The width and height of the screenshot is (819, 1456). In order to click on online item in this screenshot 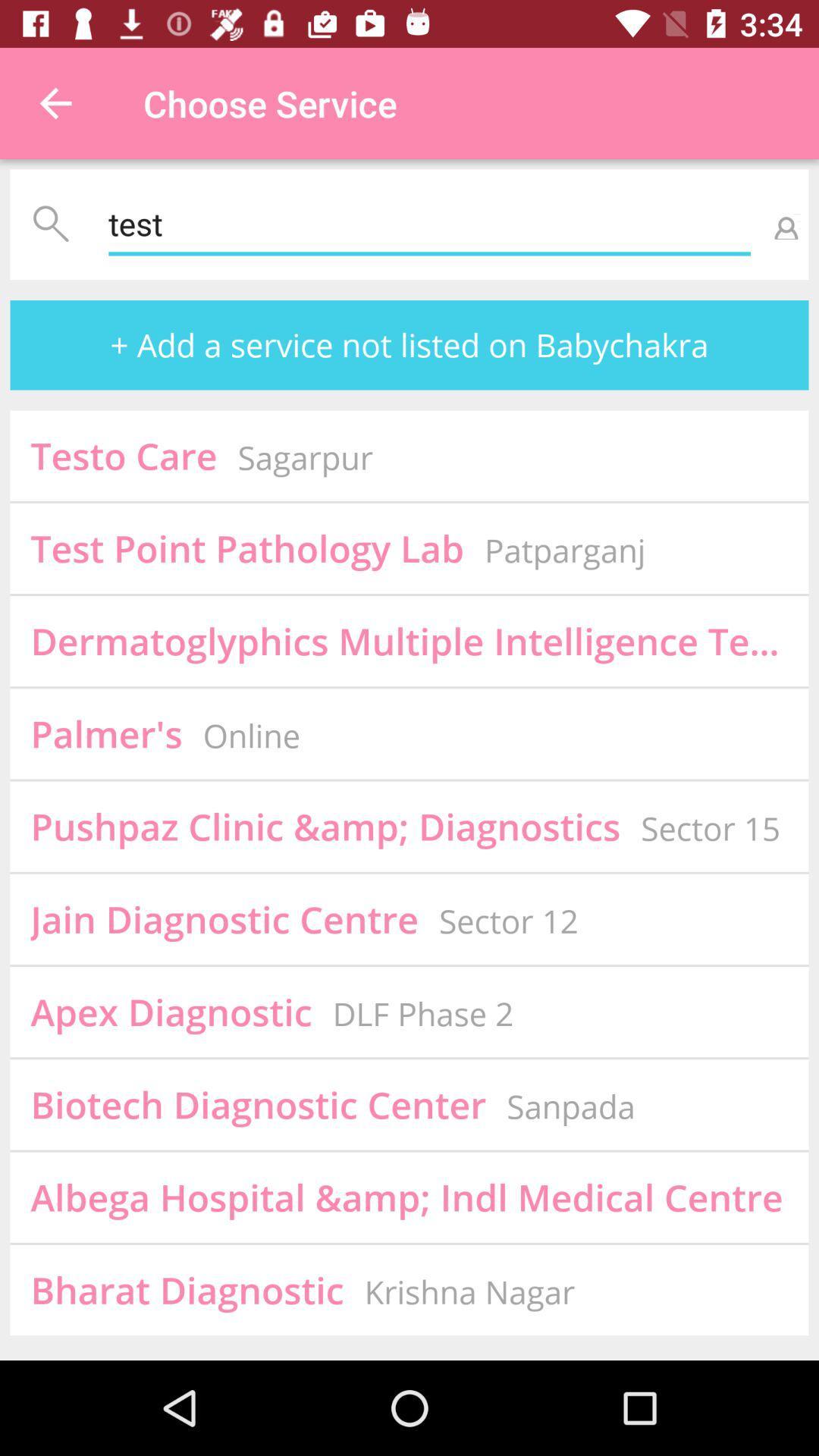, I will do `click(250, 736)`.